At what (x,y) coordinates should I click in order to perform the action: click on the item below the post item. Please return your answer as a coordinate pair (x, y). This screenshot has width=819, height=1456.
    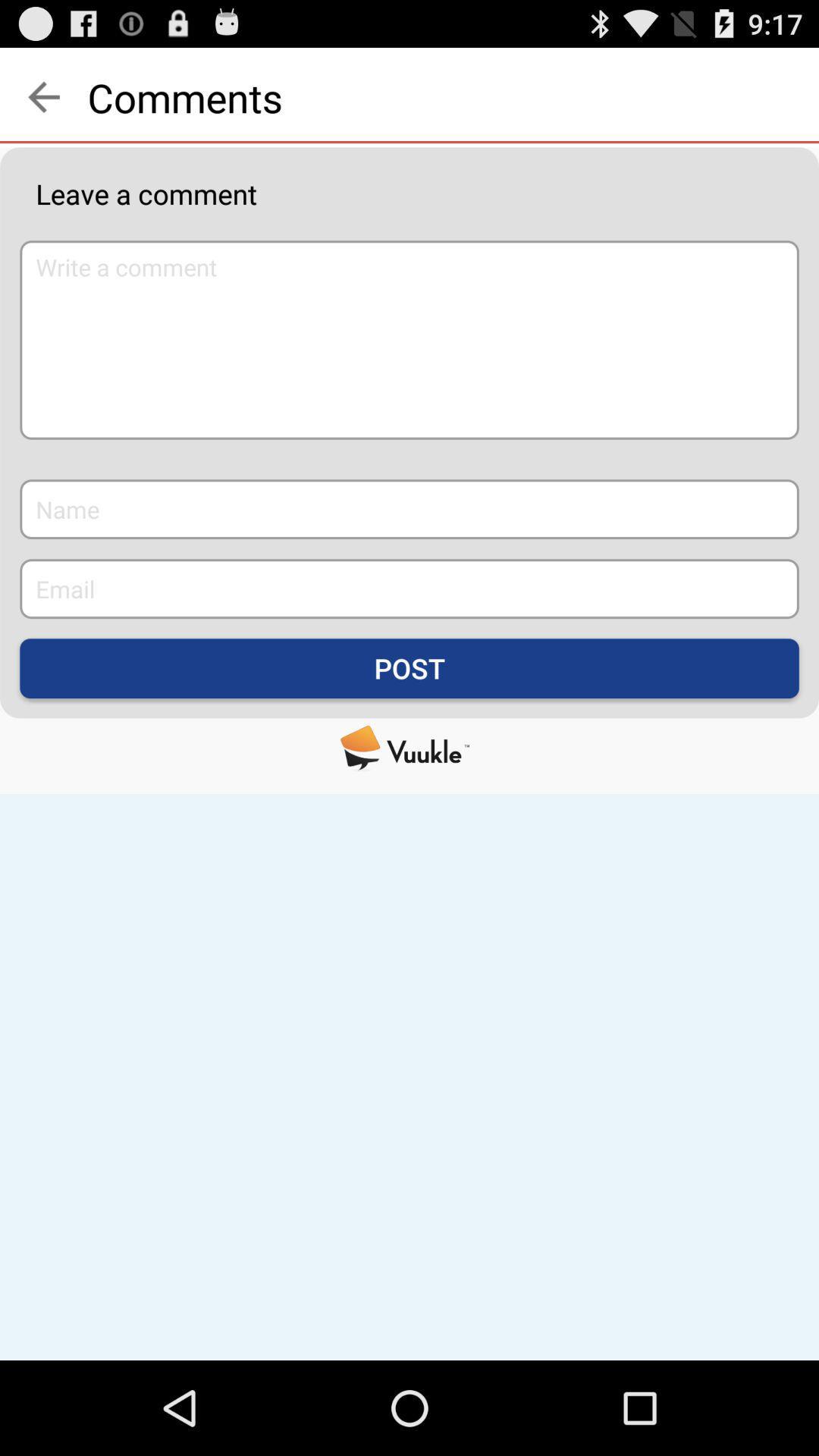
    Looking at the image, I should click on (409, 748).